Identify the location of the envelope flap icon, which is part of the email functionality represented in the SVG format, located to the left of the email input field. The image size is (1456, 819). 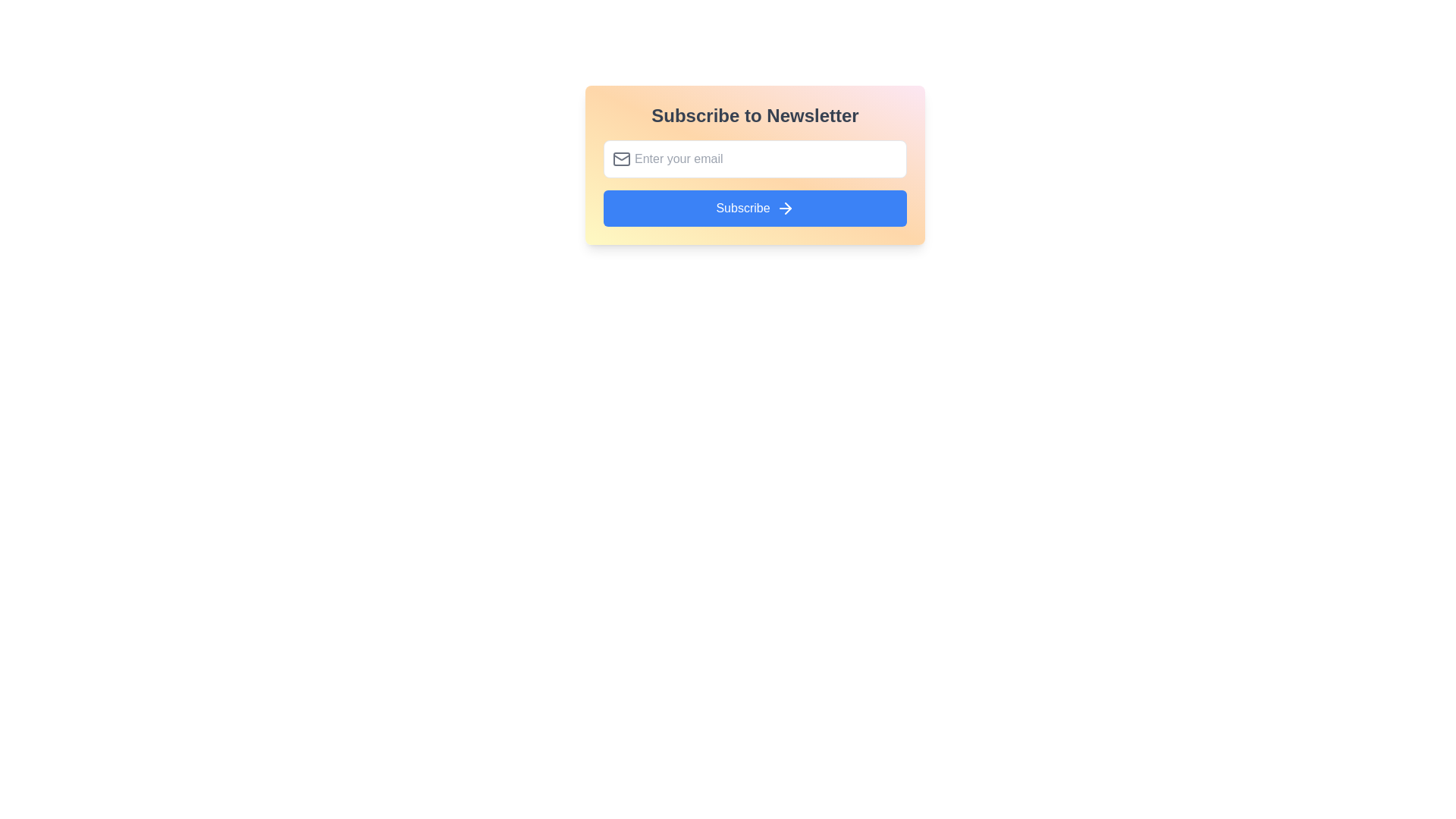
(622, 157).